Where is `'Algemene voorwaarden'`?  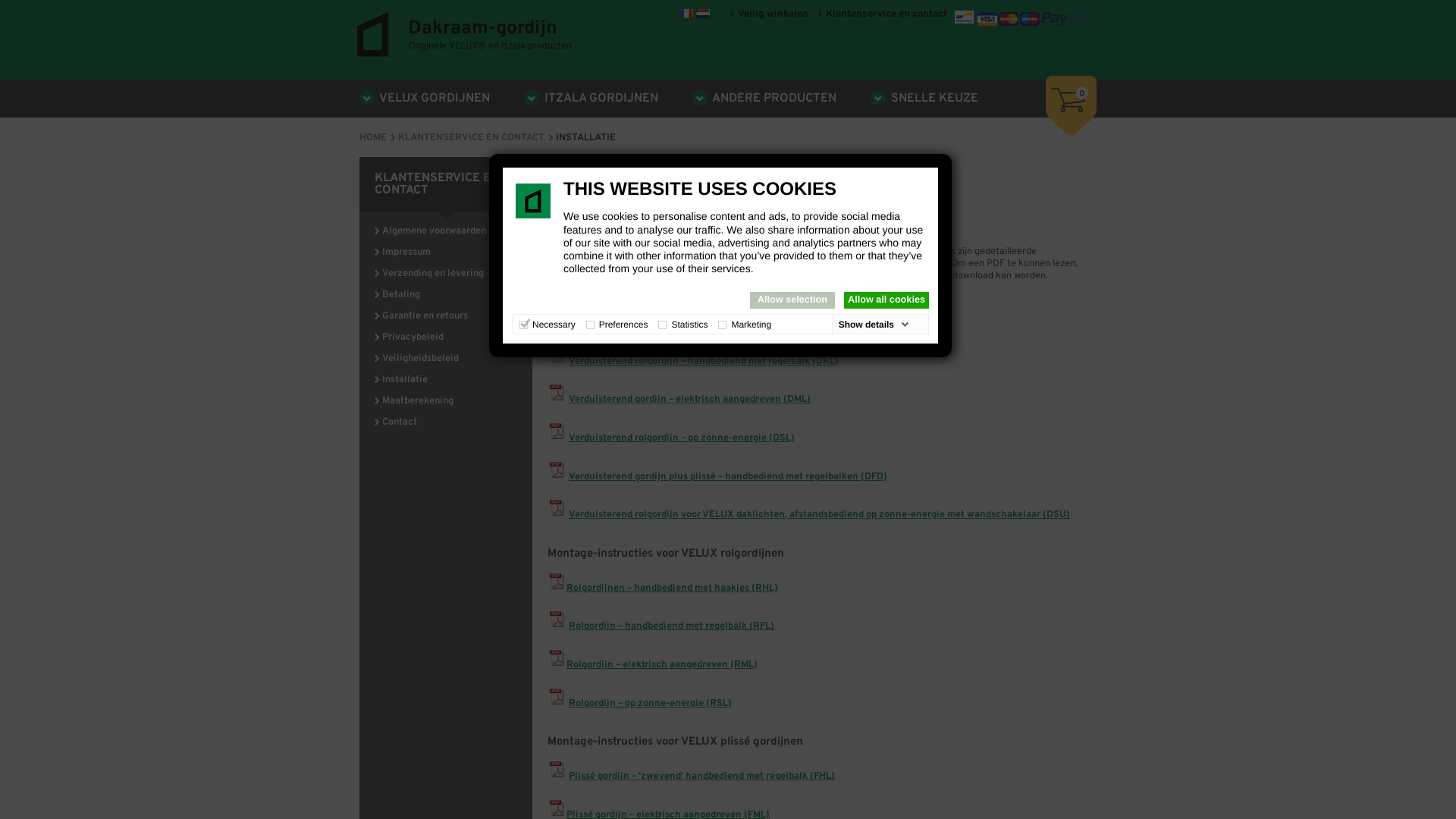
'Algemene voorwaarden' is located at coordinates (433, 231).